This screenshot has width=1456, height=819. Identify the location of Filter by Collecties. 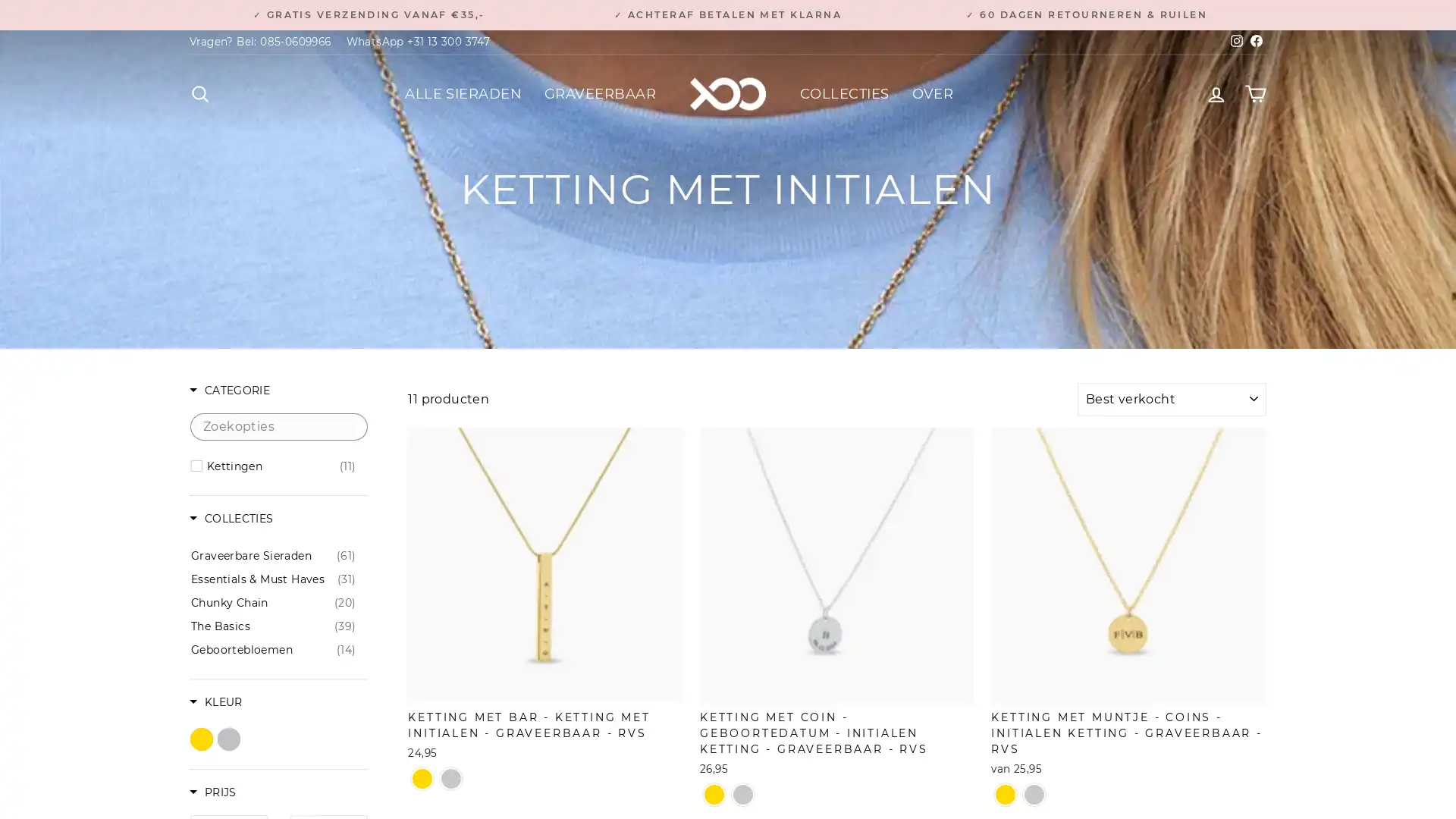
(231, 519).